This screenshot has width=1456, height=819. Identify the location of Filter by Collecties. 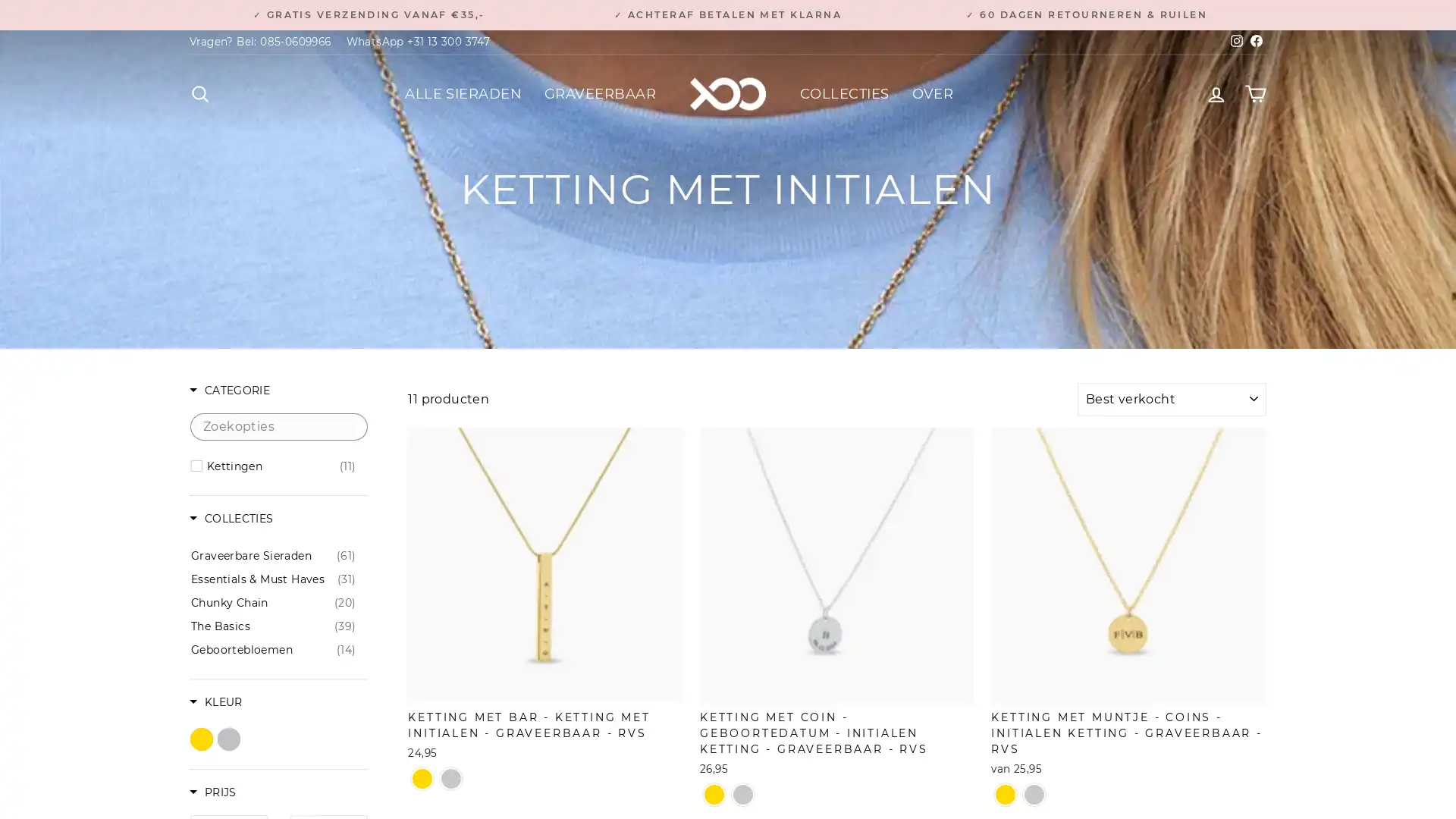
(231, 519).